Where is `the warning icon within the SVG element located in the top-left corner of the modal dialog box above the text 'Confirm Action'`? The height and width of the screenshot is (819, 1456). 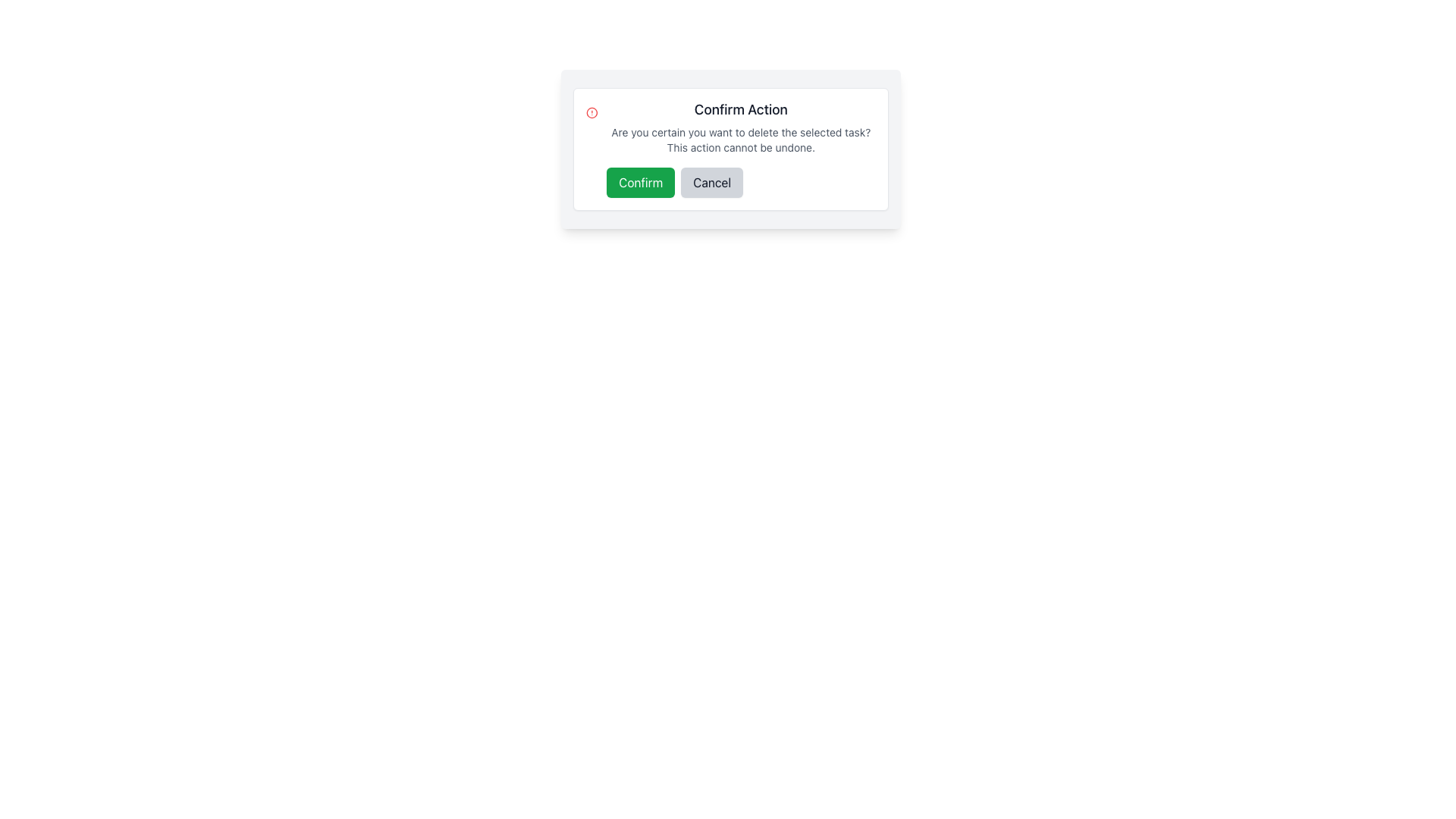 the warning icon within the SVG element located in the top-left corner of the modal dialog box above the text 'Confirm Action' is located at coordinates (591, 112).